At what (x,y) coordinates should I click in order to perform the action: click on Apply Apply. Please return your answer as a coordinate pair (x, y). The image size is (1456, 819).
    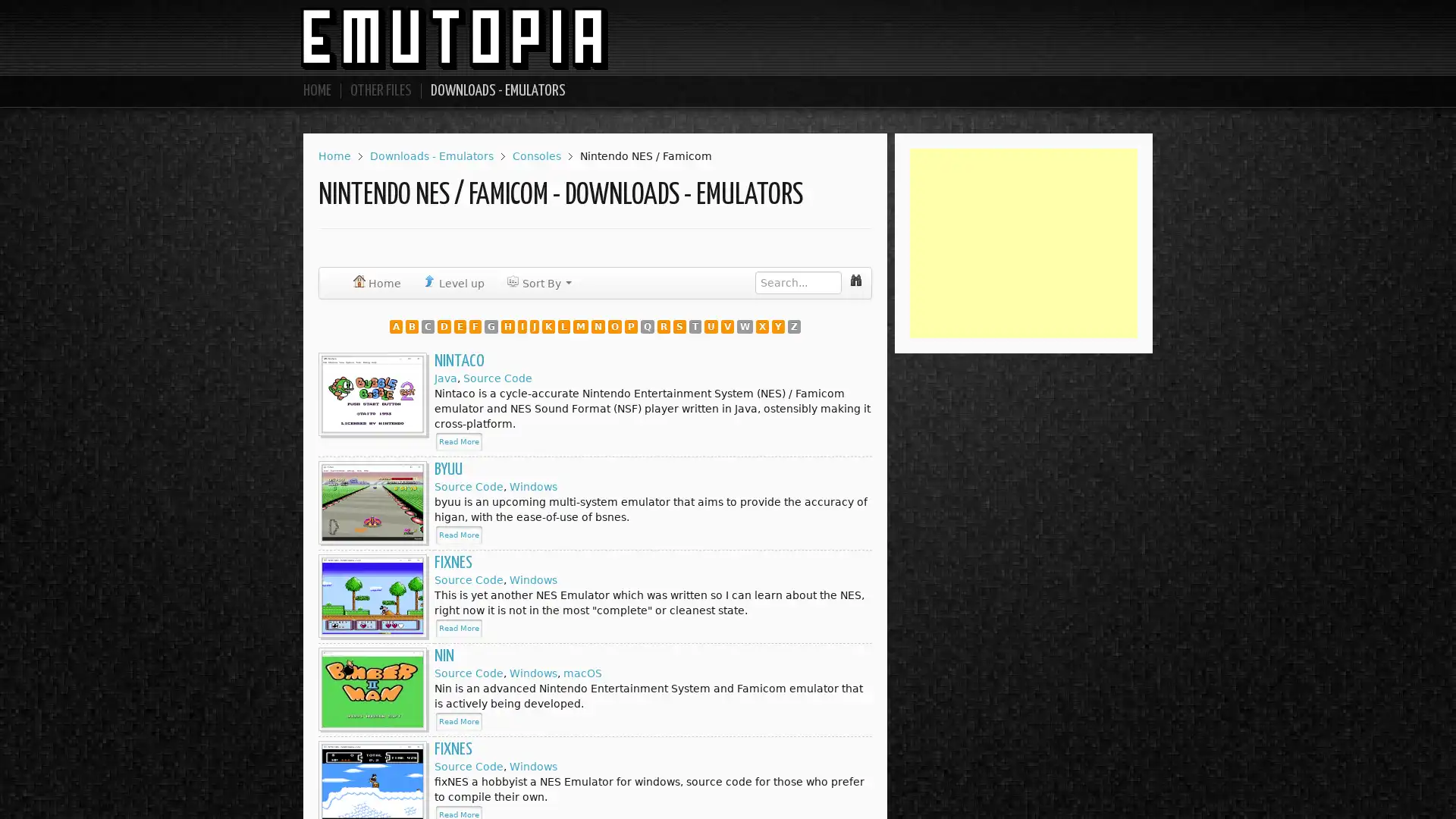
    Looking at the image, I should click on (781, 326).